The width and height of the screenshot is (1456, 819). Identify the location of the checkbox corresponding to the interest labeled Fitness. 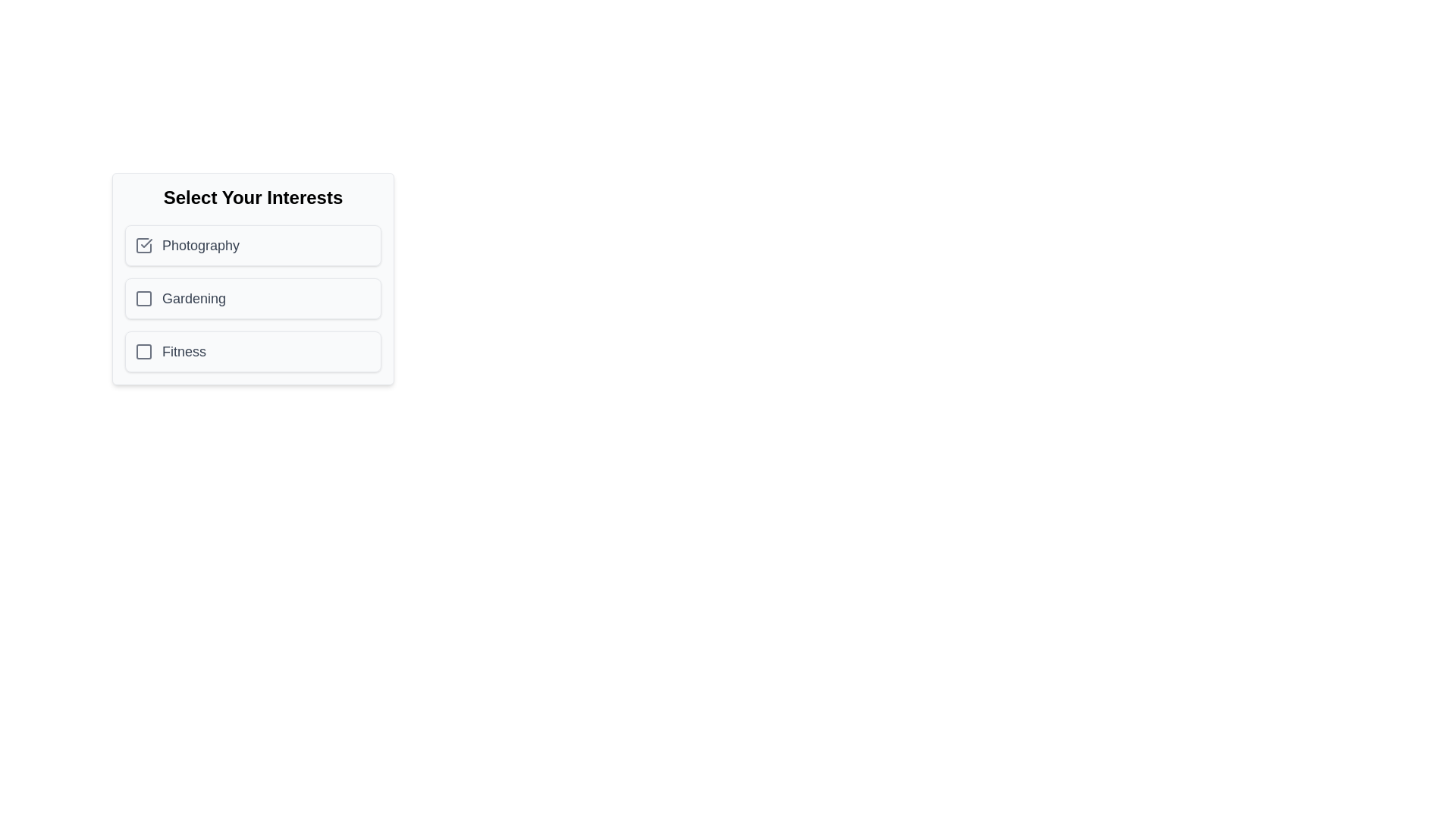
(144, 351).